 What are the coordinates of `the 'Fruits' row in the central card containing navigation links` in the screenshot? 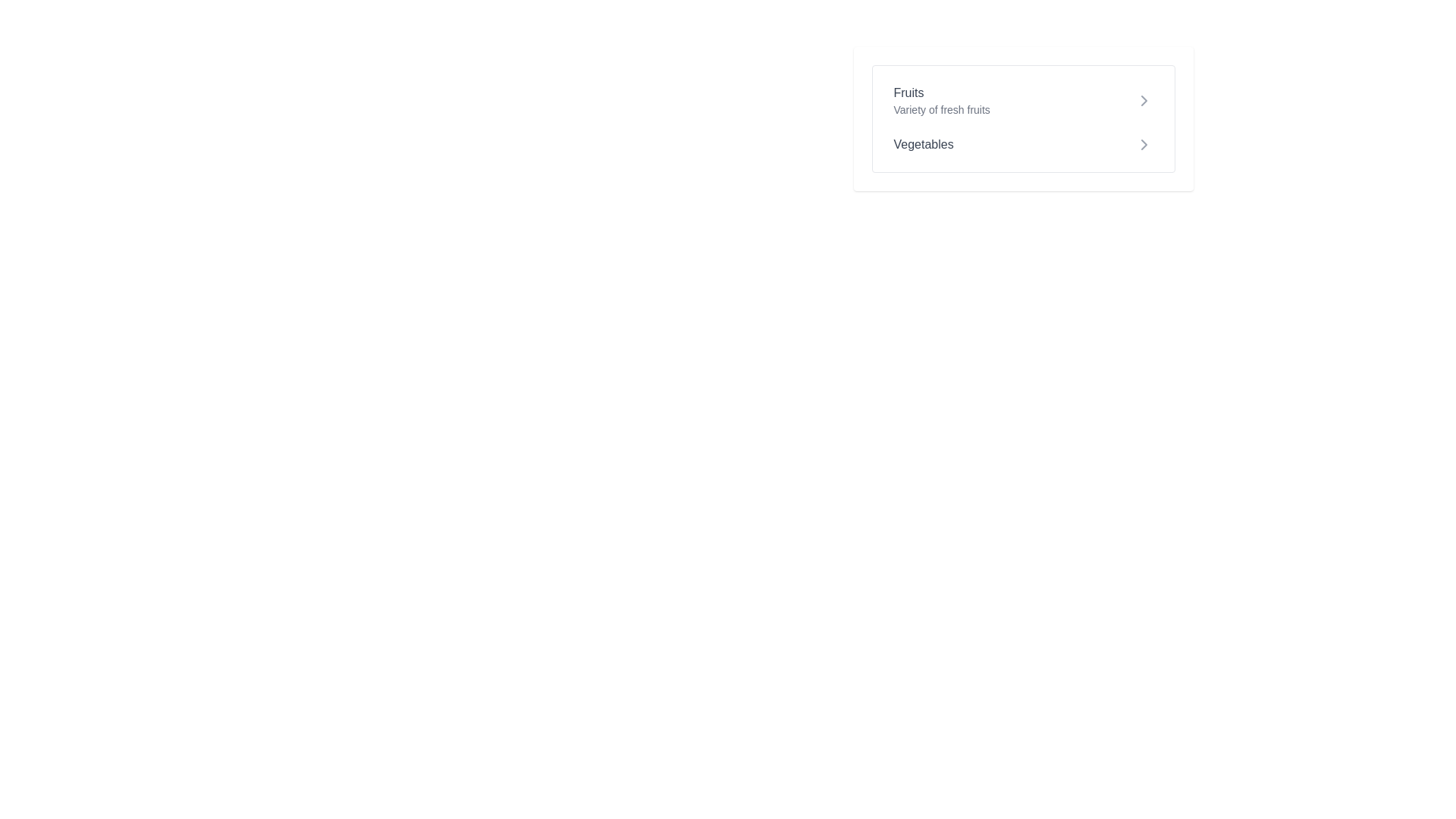 It's located at (1023, 118).